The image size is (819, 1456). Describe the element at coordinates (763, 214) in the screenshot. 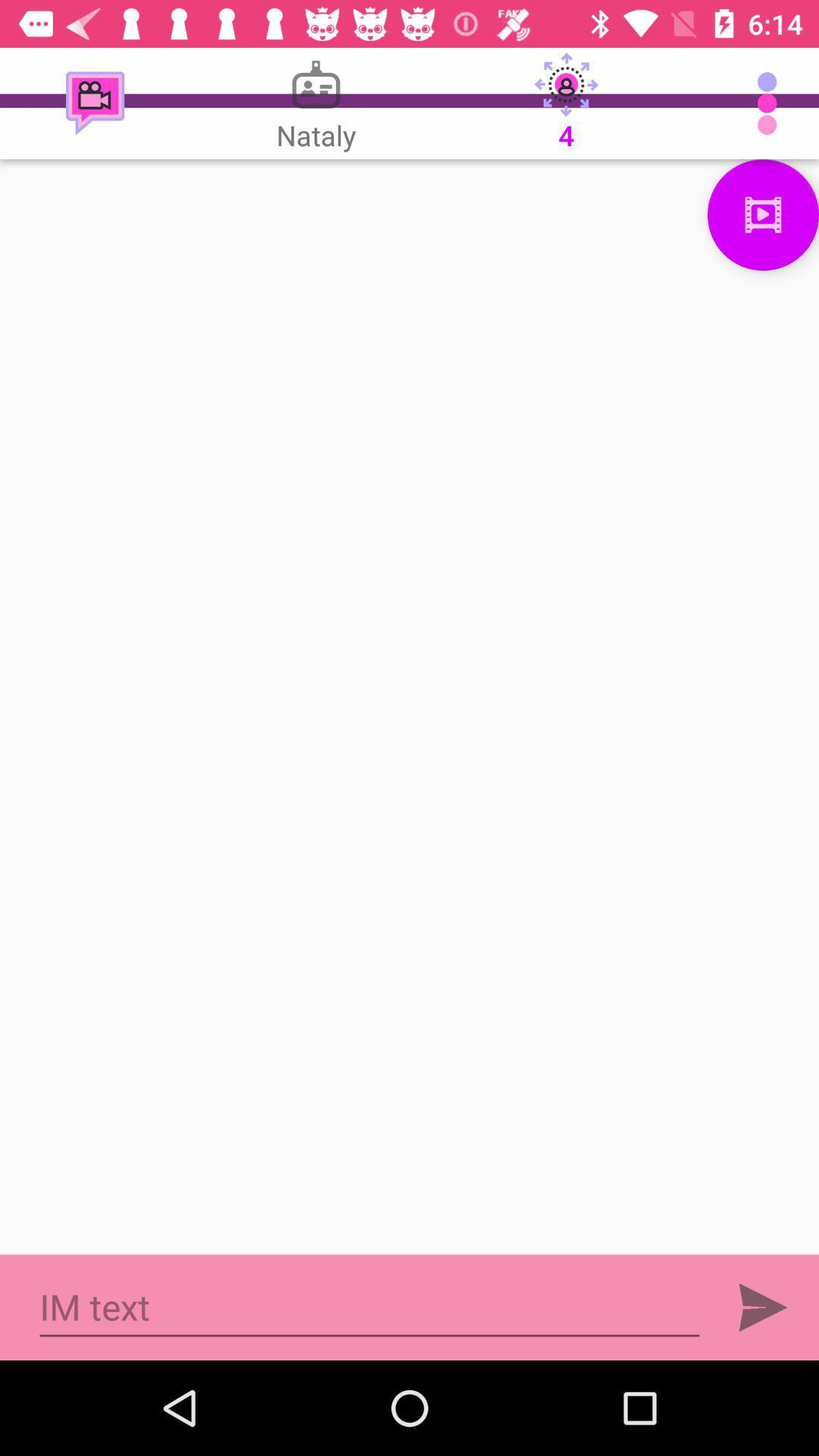

I see `menu page` at that location.